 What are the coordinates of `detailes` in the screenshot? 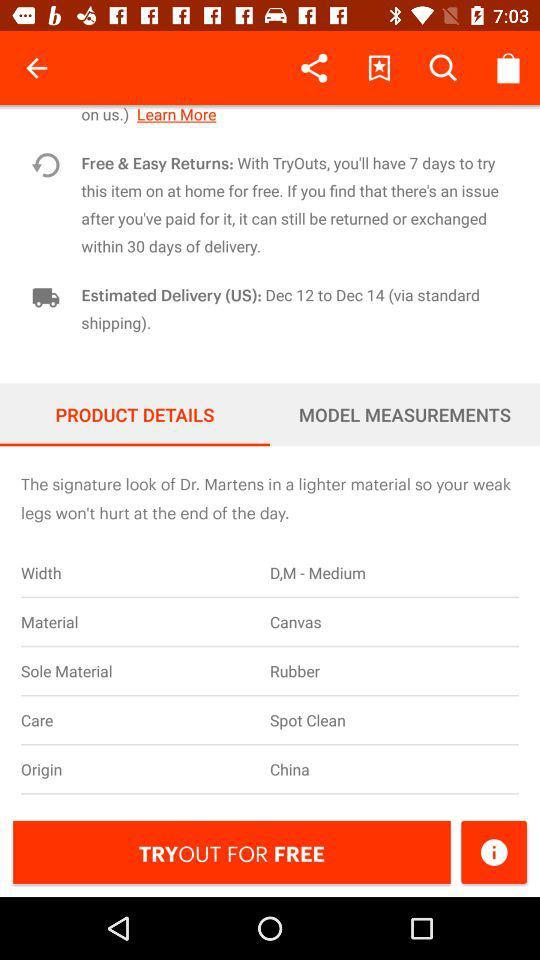 It's located at (493, 851).